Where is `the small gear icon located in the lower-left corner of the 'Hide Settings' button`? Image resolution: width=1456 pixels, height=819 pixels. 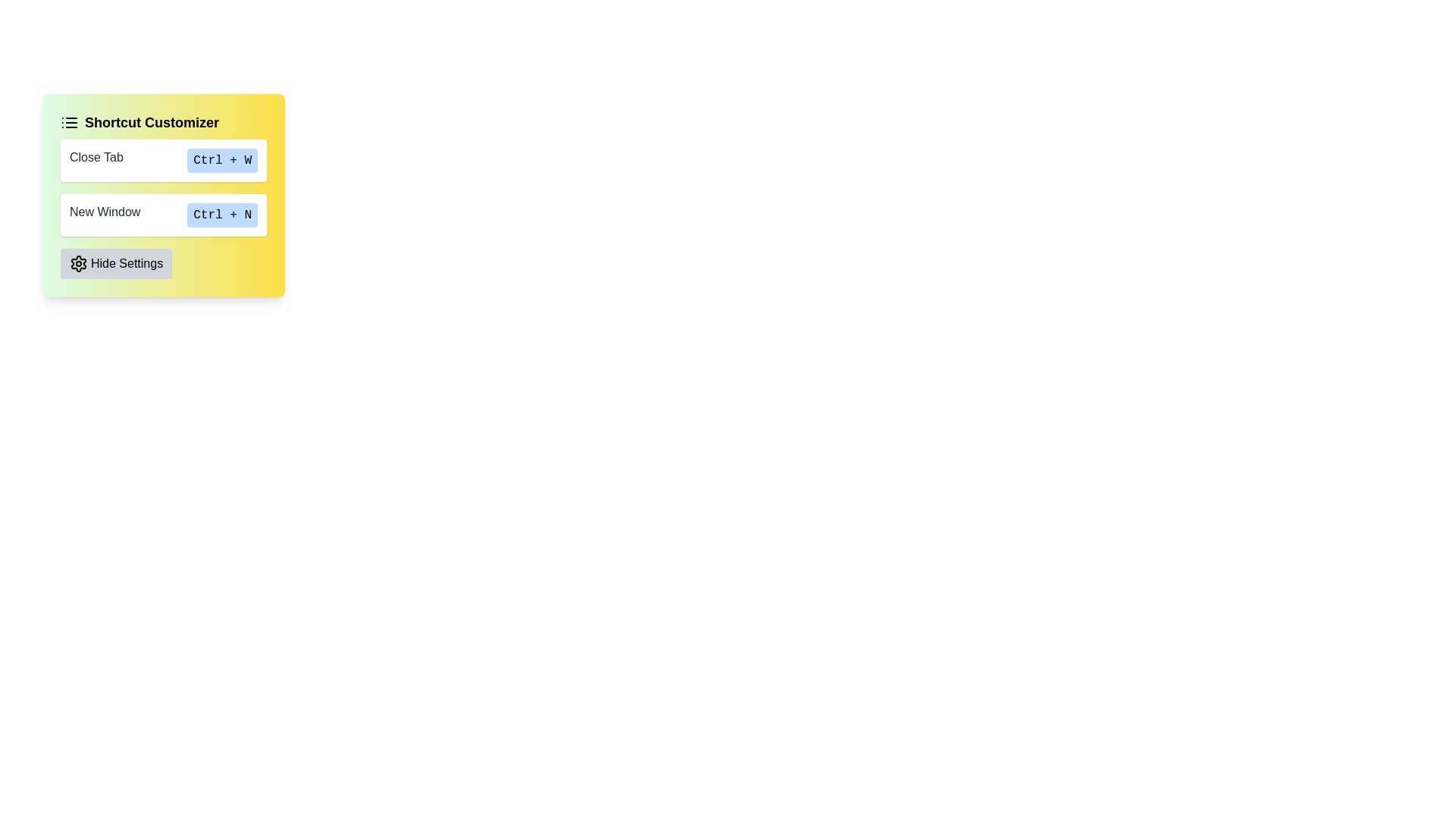 the small gear icon located in the lower-left corner of the 'Hide Settings' button is located at coordinates (78, 262).